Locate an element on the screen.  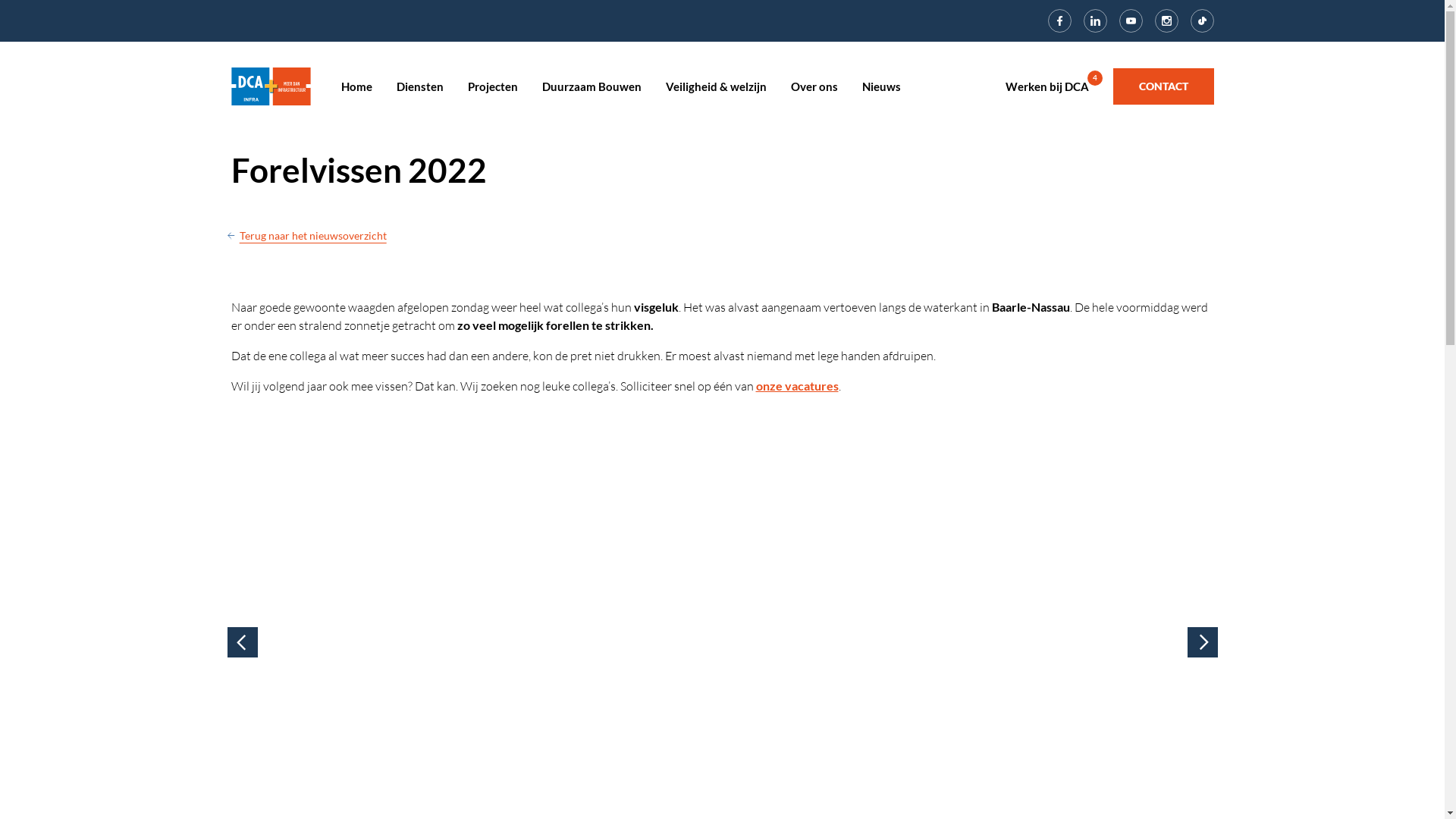
'CONTACT' is located at coordinates (1163, 86).